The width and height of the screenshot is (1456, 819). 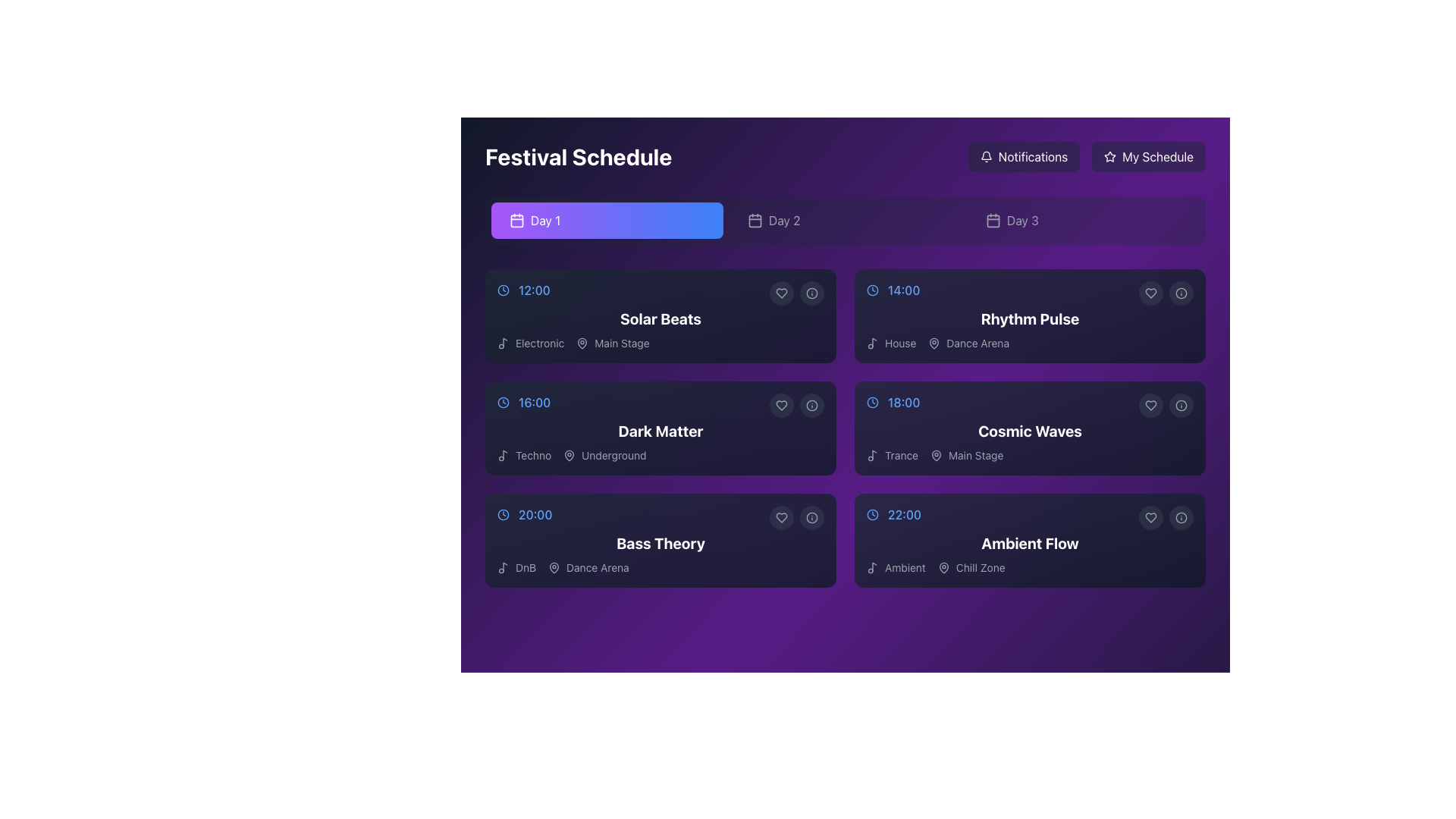 I want to click on text label displaying 'Dance Arena' that is styled in light color within a dark themed UI, located to the right of a location icon and below the 'Rhythm Pulse' section, so click(x=977, y=343).